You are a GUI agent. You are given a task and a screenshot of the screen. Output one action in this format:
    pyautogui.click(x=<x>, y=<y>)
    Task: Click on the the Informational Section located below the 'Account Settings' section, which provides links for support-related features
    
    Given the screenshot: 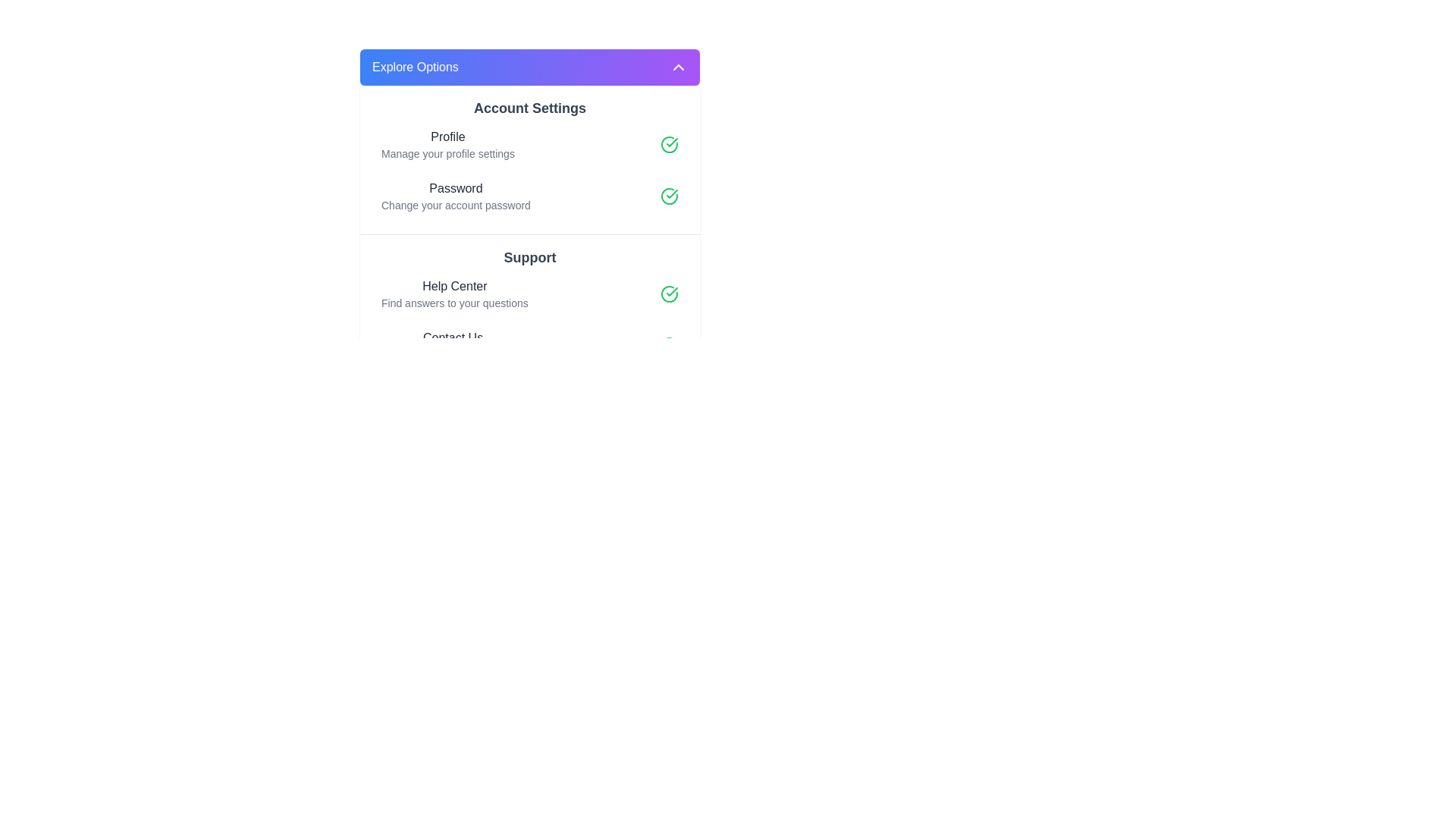 What is the action you would take?
    pyautogui.click(x=530, y=308)
    